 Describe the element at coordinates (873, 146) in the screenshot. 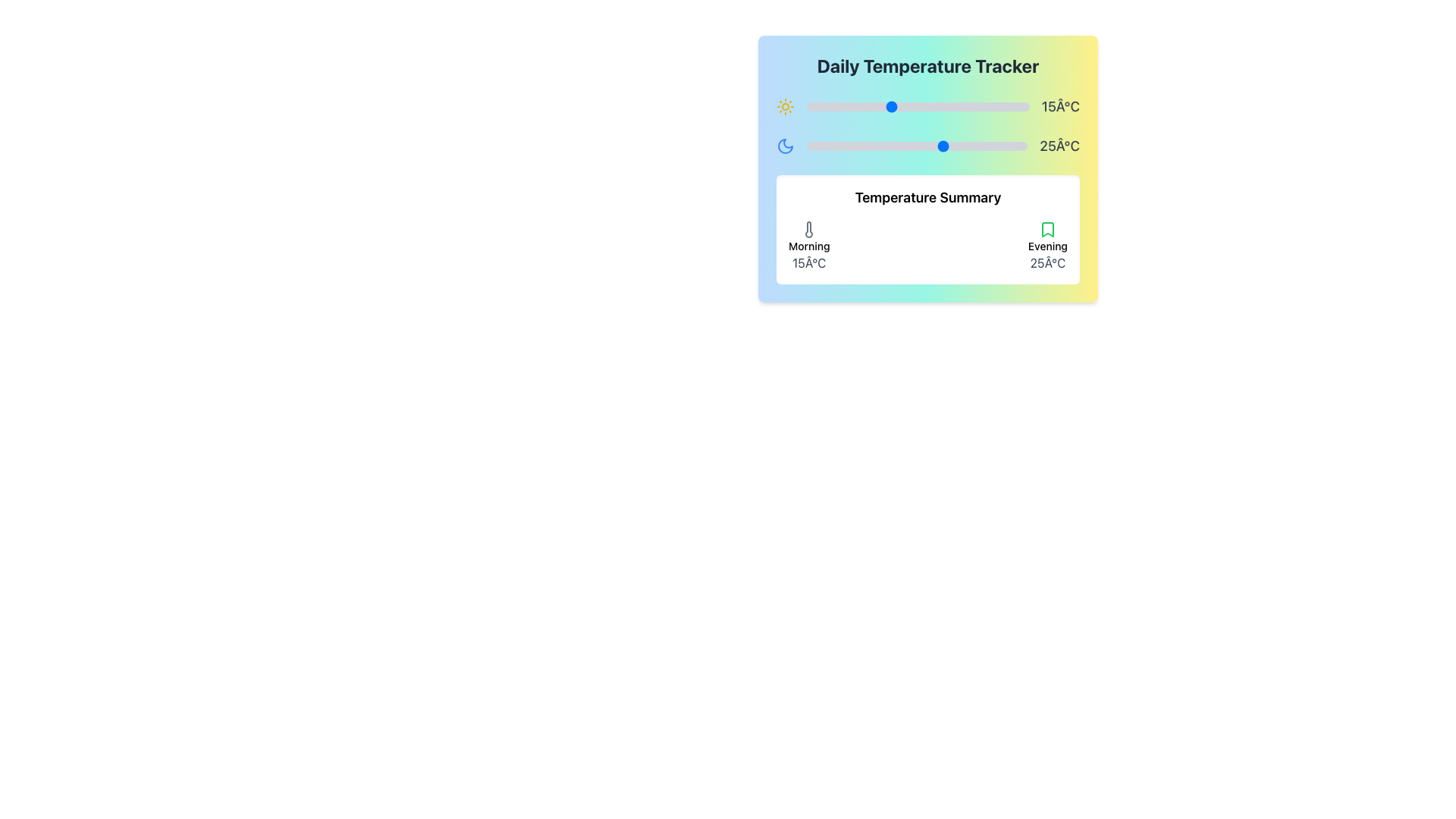

I see `the slider value` at that location.